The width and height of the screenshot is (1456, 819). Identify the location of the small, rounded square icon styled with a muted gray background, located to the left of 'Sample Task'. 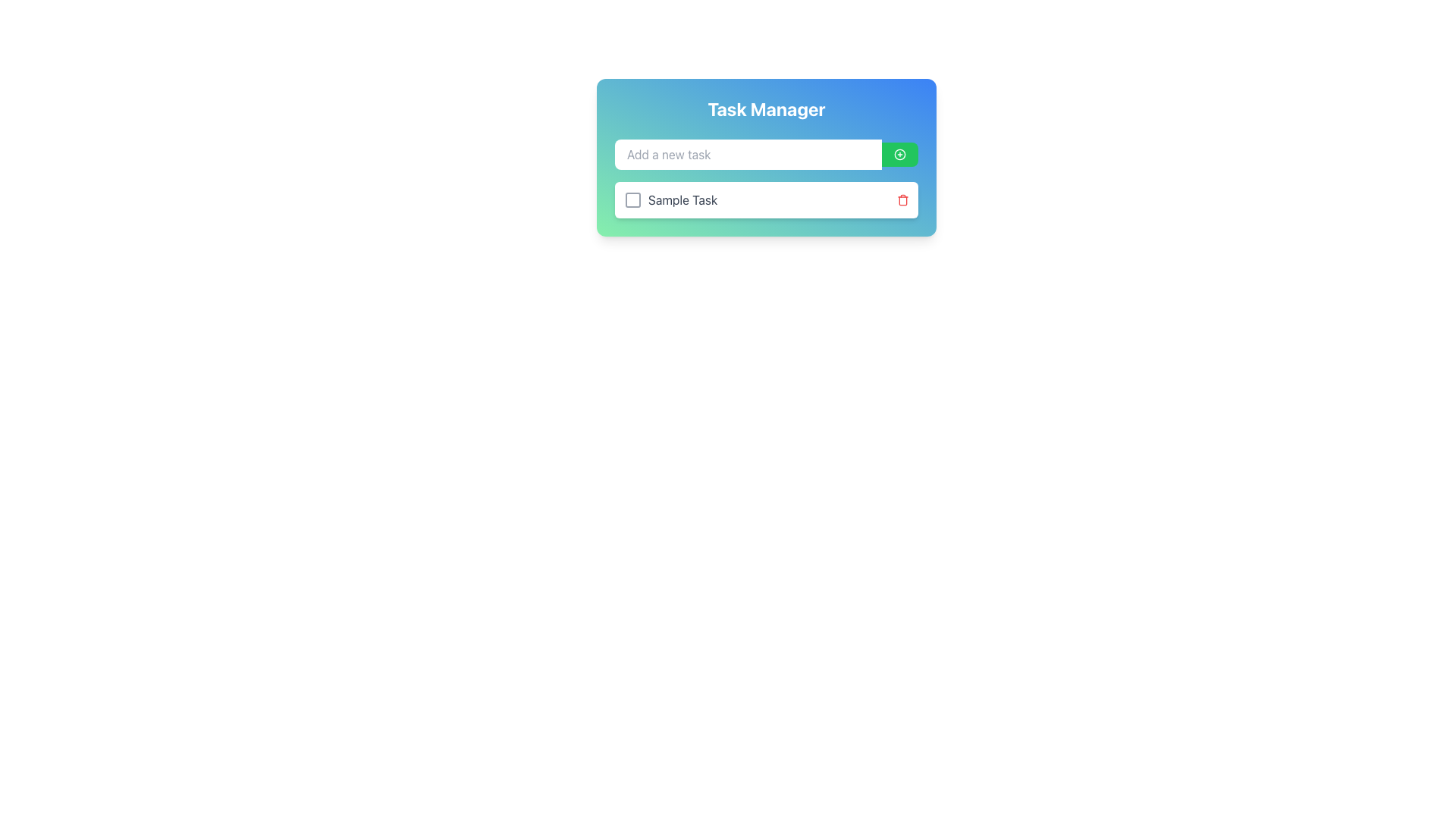
(633, 199).